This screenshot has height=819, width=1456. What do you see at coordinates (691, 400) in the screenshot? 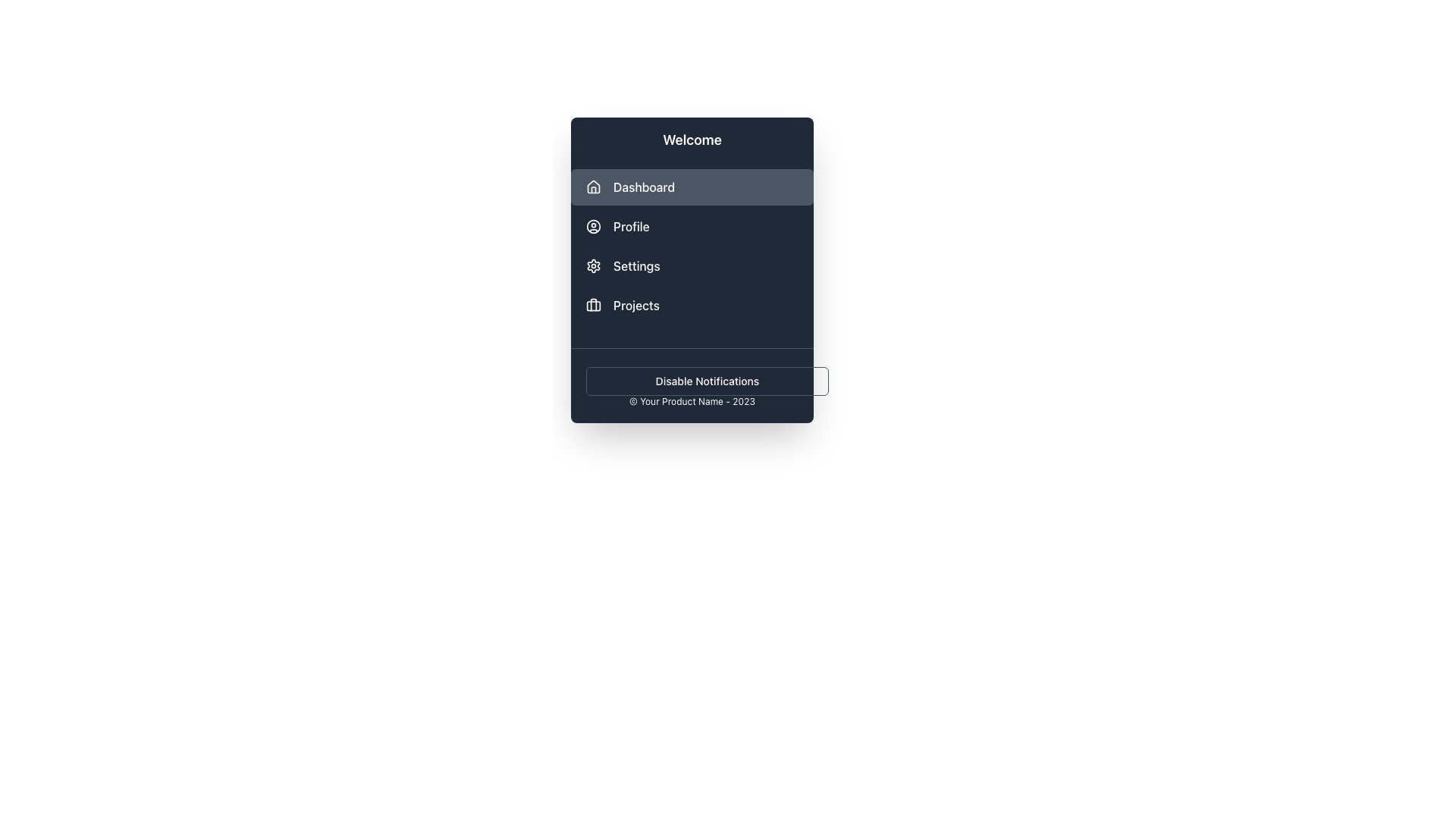
I see `text displayed in the small font size label that shows '© Your Product Name - 2023', located at the bottom of the dark-themed menu interface` at bounding box center [691, 400].